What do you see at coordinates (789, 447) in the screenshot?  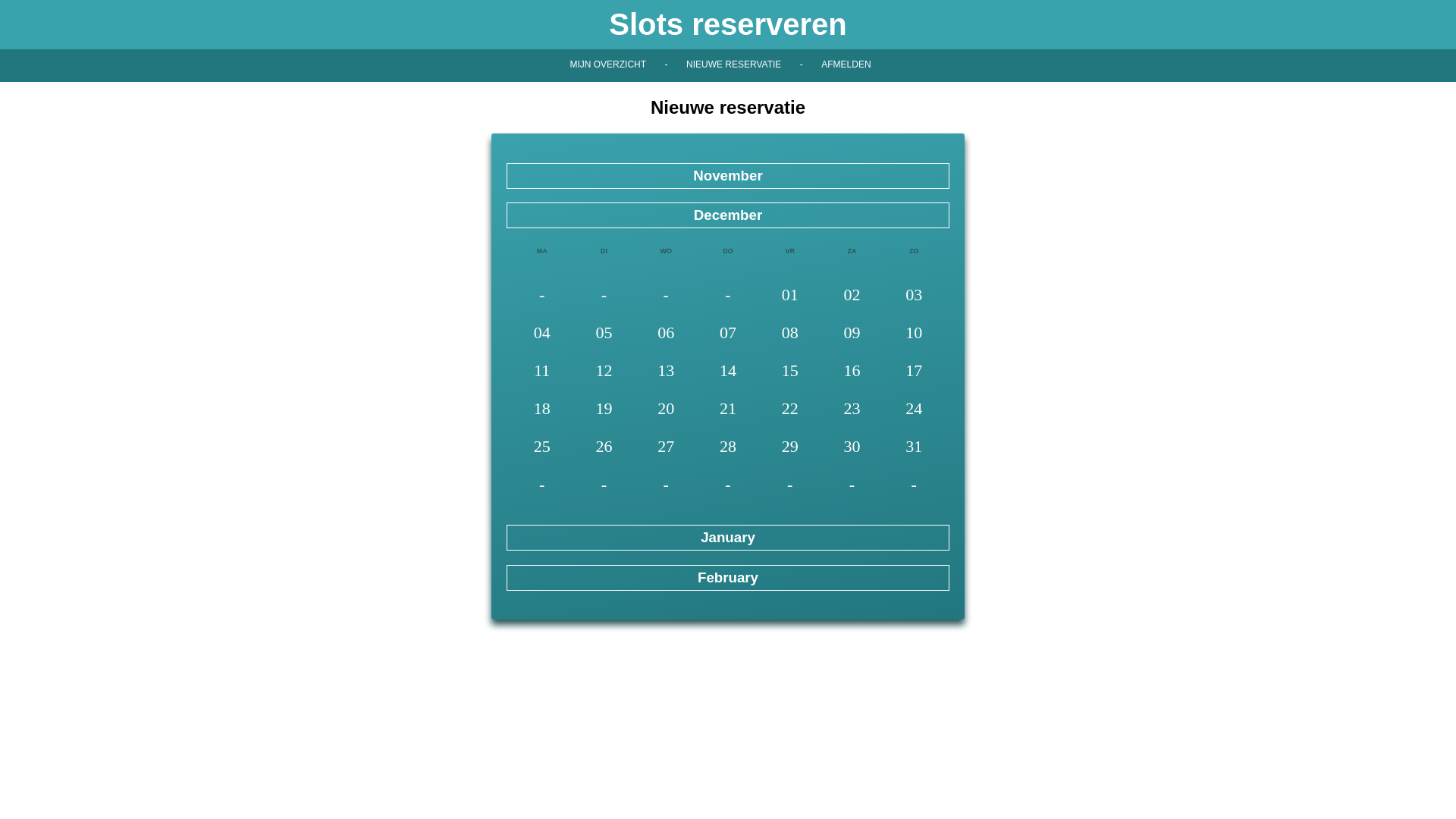 I see `'29'` at bounding box center [789, 447].